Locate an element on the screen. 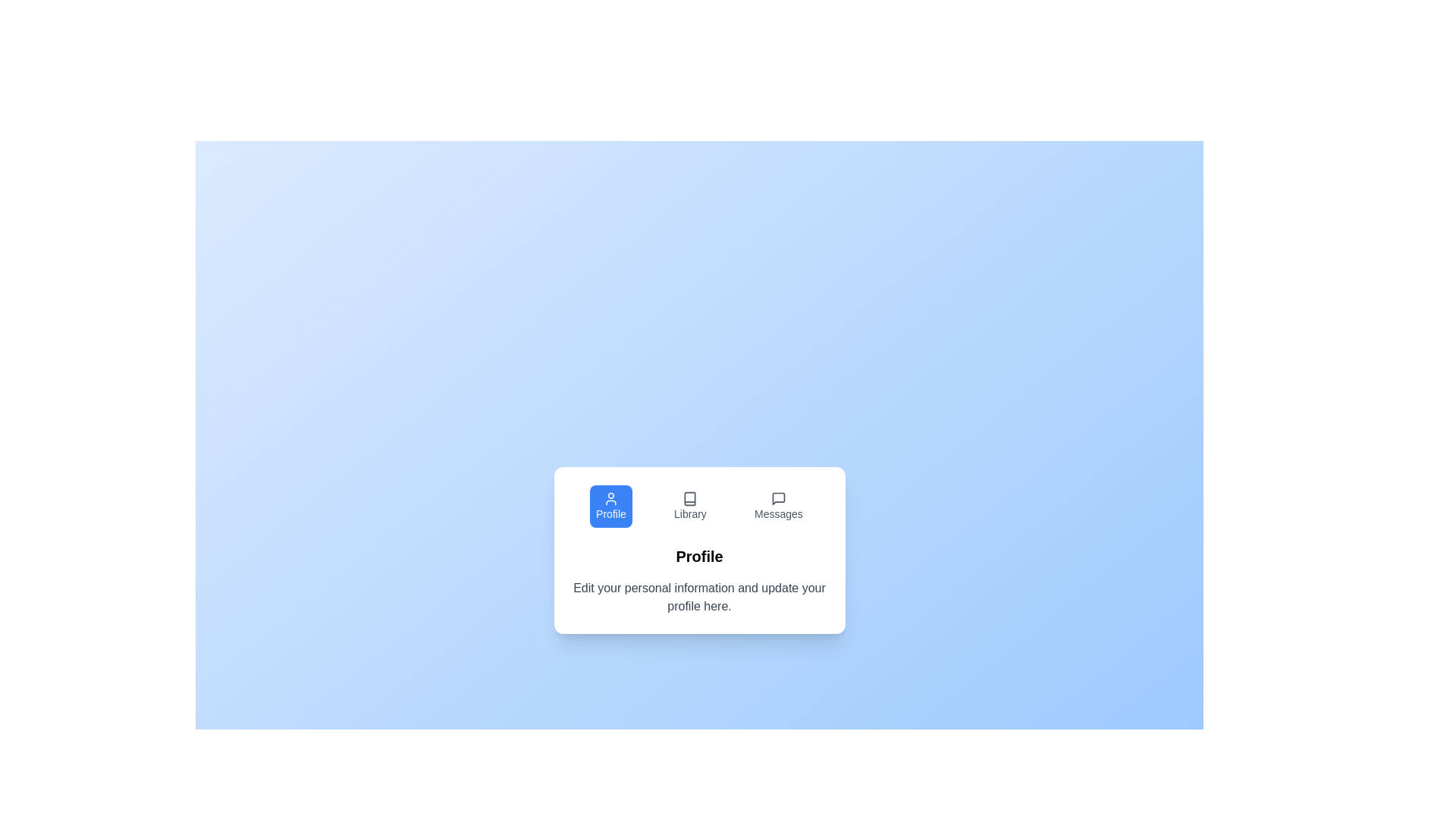 This screenshot has height=819, width=1456. the Library tab is located at coordinates (689, 506).